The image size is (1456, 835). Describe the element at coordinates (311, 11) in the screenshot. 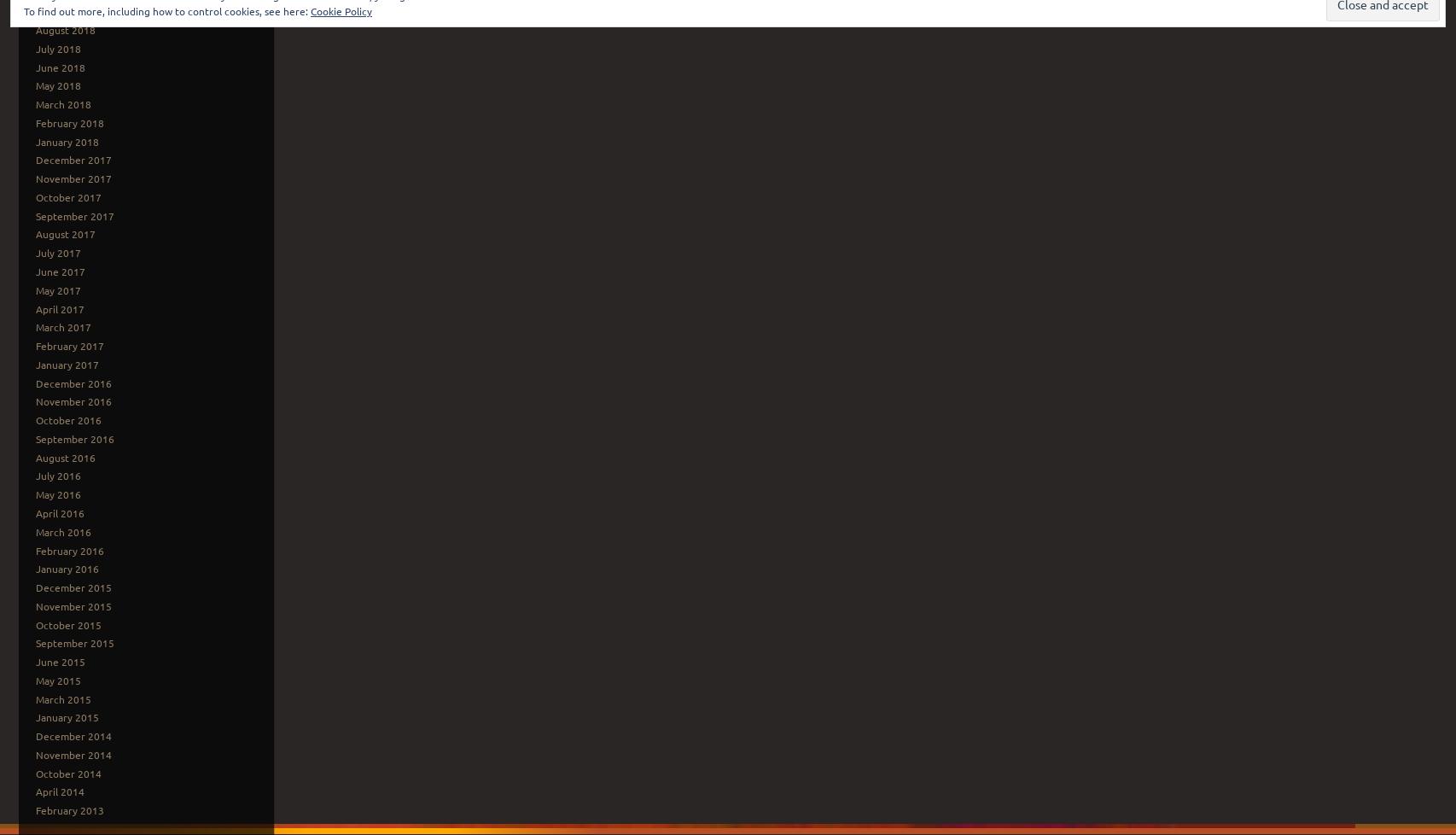

I see `'Cookie Policy'` at that location.